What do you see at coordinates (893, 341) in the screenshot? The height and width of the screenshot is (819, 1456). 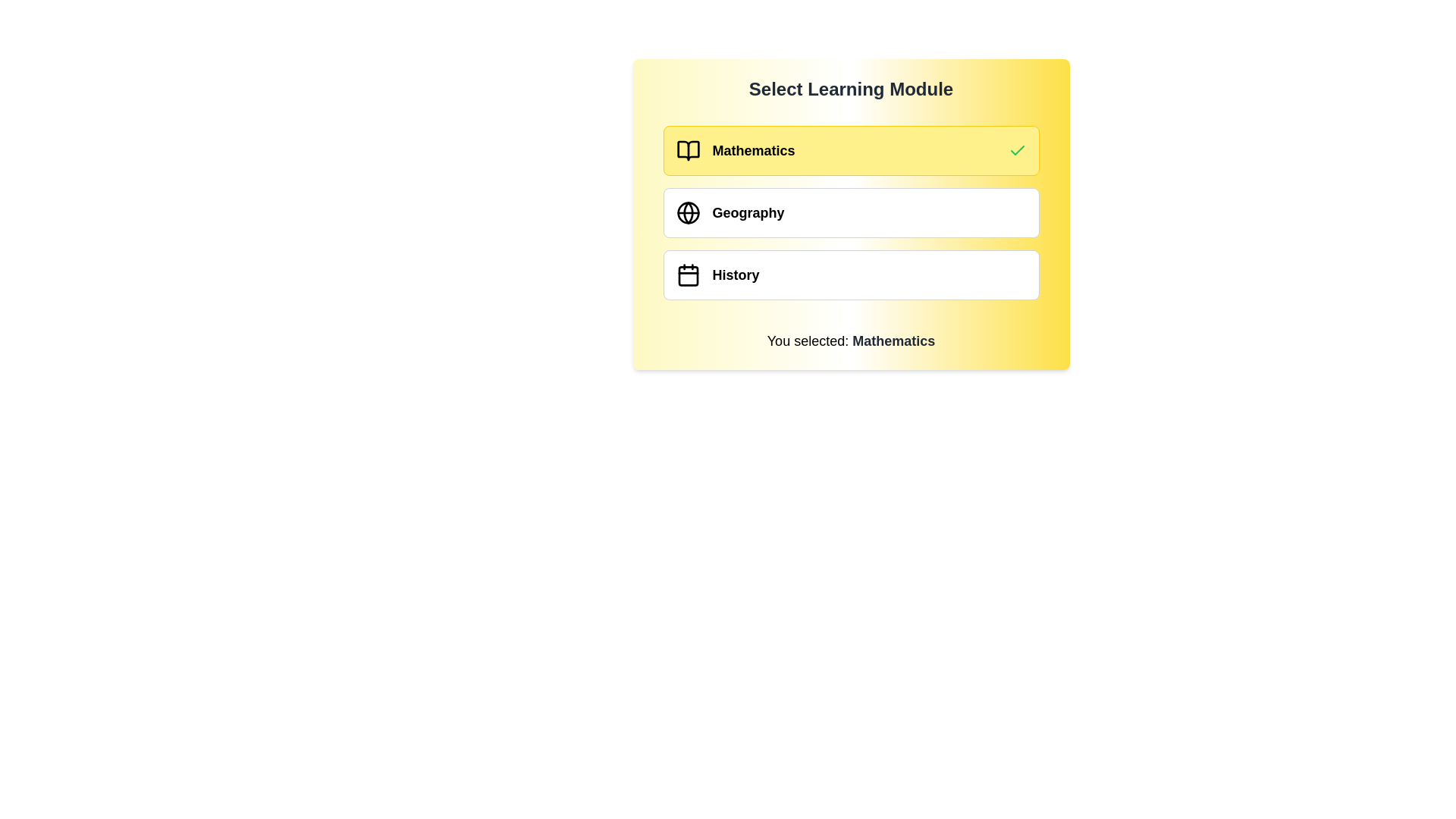 I see `the bold text element reading 'Mathematics' located at the end of the phrase 'You selected' in dark-gray font` at bounding box center [893, 341].